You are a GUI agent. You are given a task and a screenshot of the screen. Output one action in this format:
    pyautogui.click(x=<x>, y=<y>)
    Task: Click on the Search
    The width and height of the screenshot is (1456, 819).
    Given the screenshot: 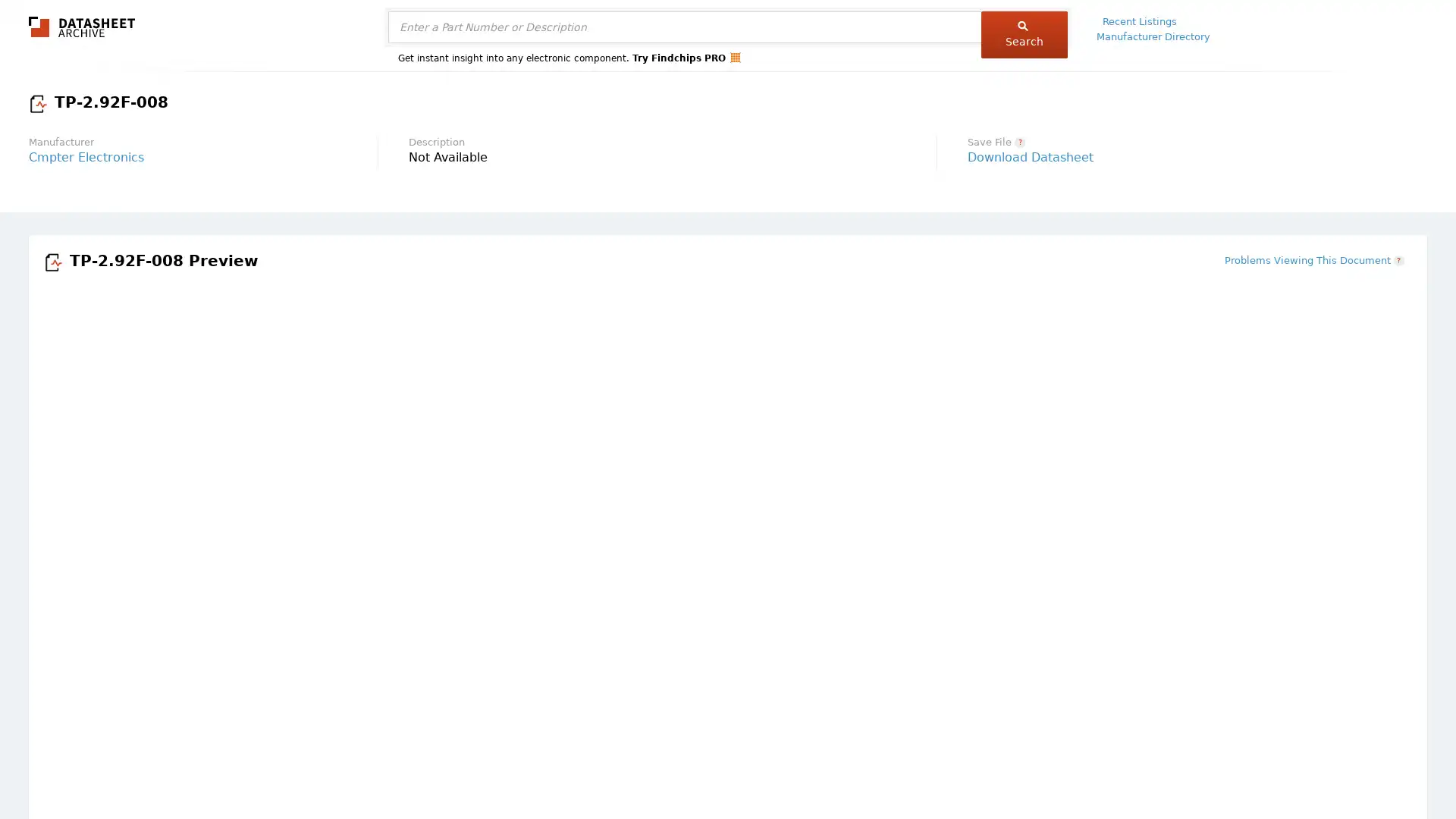 What is the action you would take?
    pyautogui.click(x=1023, y=34)
    